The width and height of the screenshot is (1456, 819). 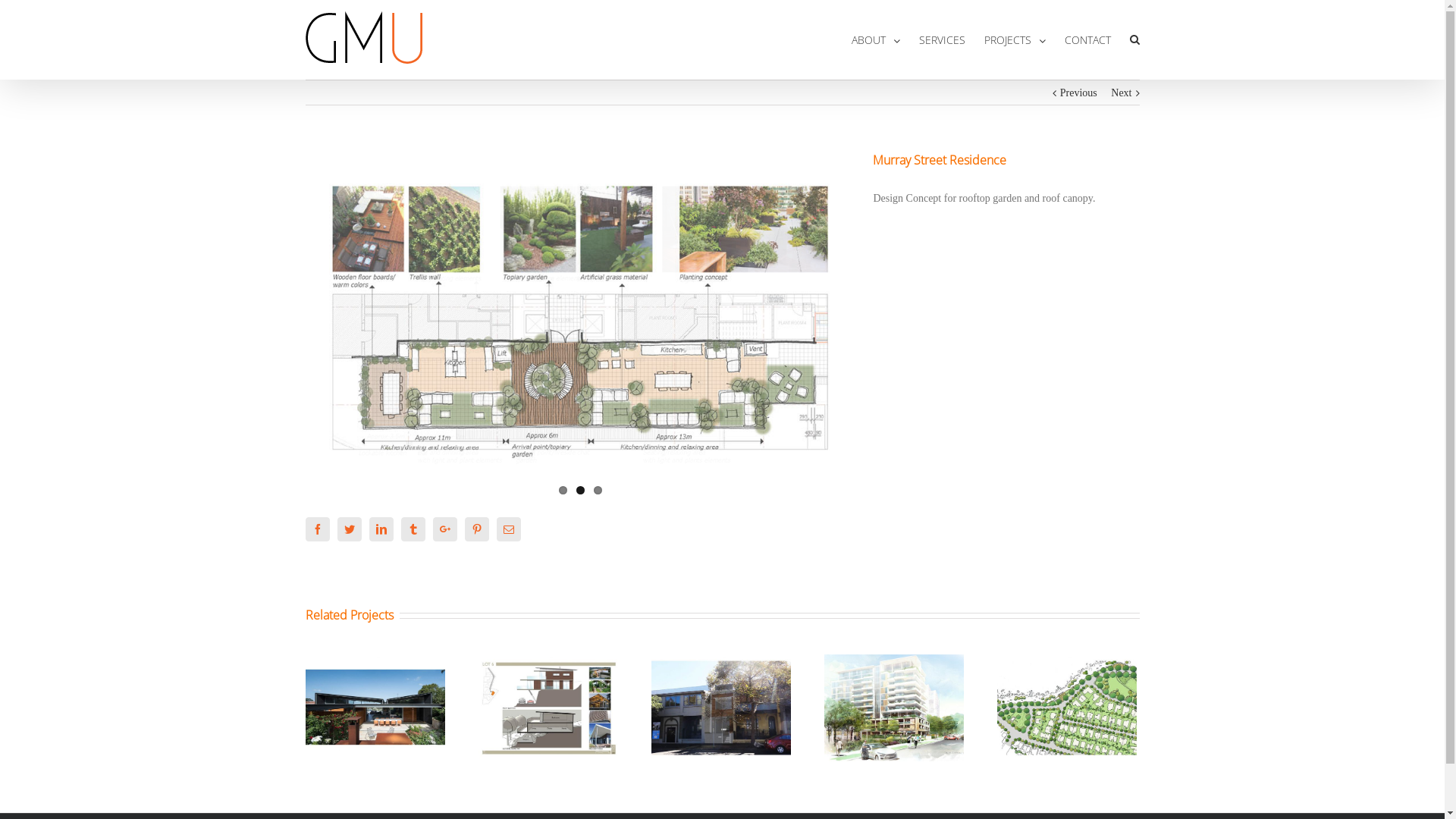 I want to click on 'Facebook', so click(x=315, y=529).